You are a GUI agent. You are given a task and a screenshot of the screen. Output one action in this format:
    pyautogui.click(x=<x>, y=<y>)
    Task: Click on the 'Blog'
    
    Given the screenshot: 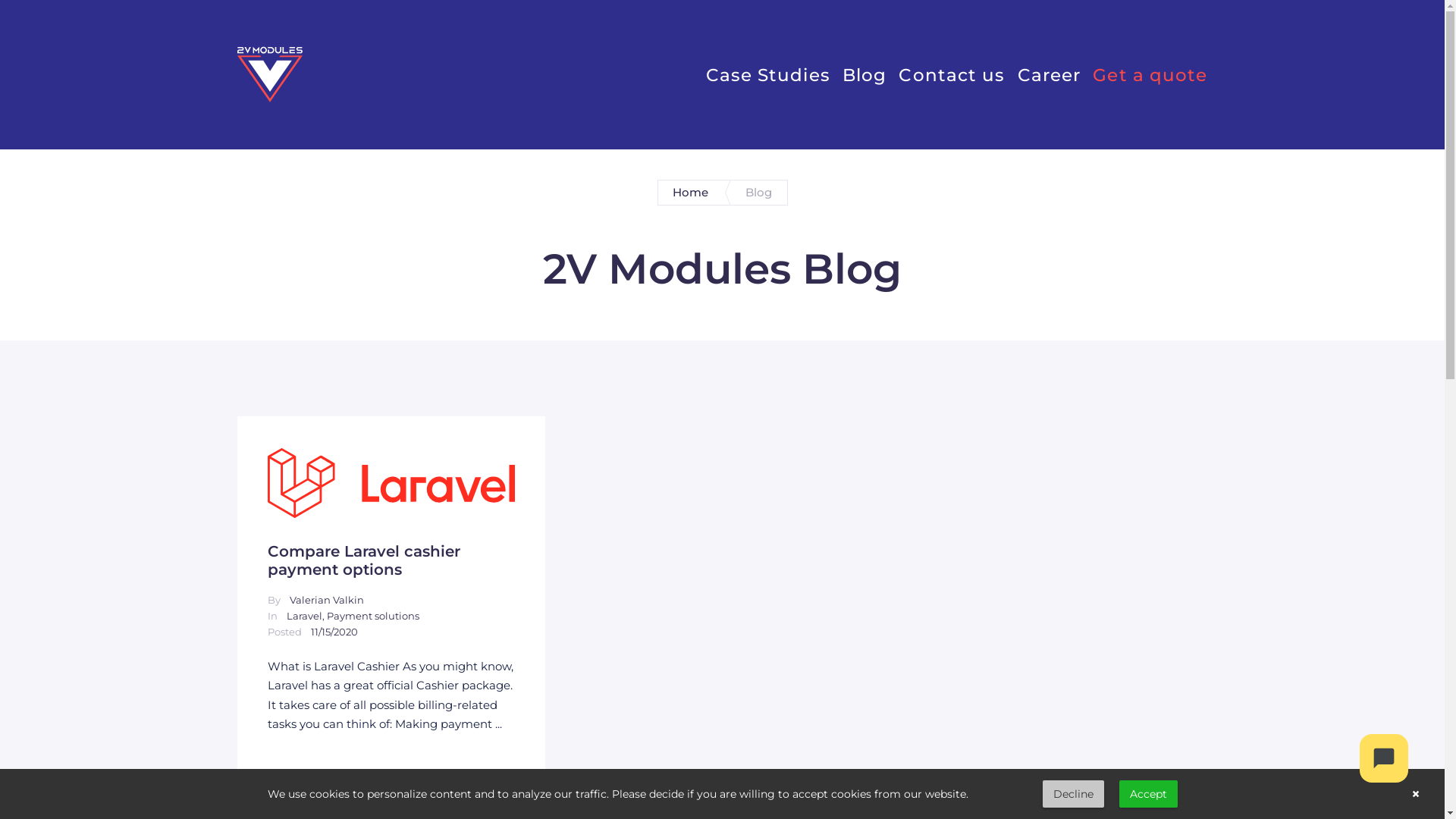 What is the action you would take?
    pyautogui.click(x=864, y=74)
    